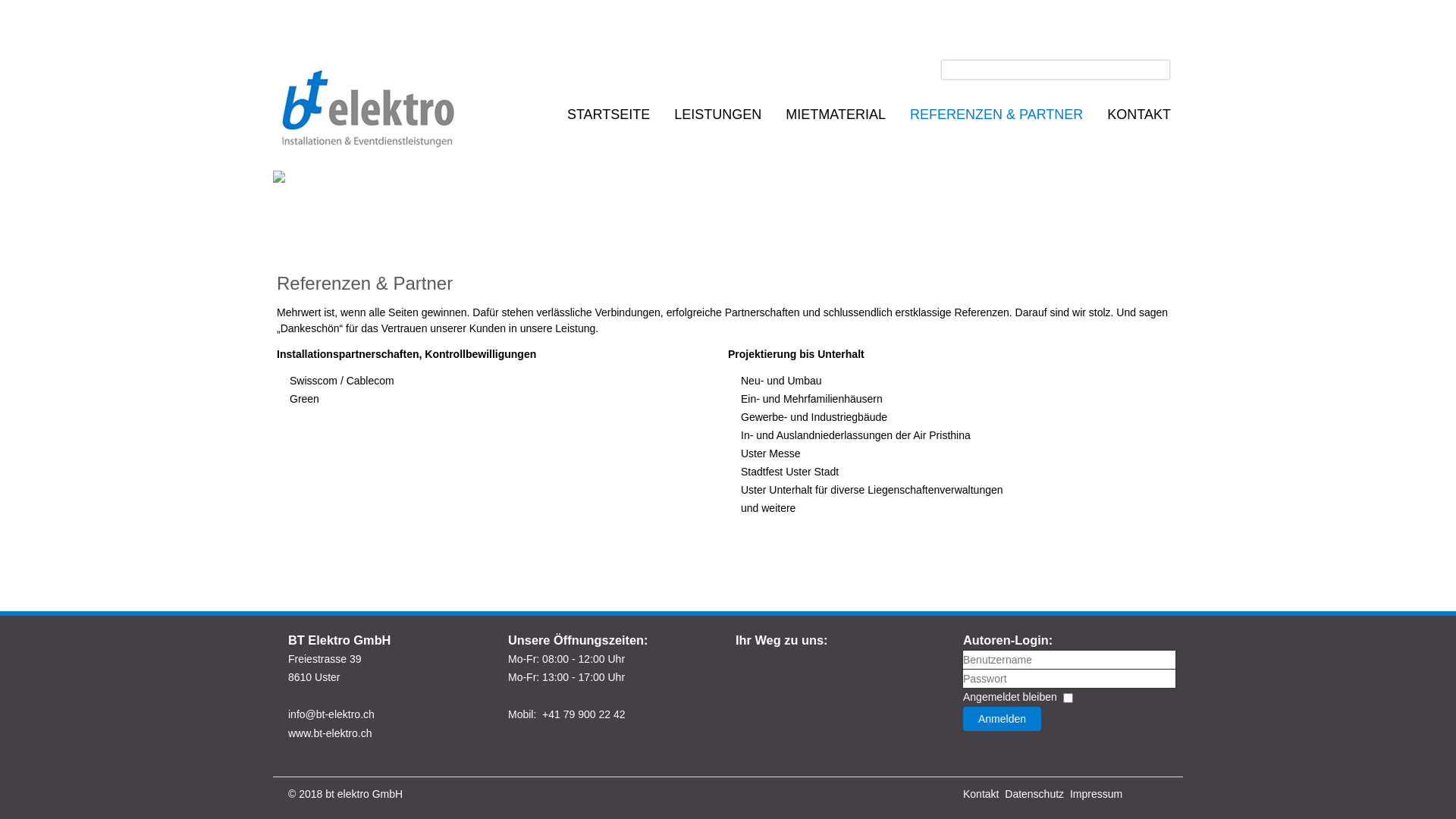 Image resolution: width=1456 pixels, height=819 pixels. I want to click on 'Kontakt', so click(981, 792).